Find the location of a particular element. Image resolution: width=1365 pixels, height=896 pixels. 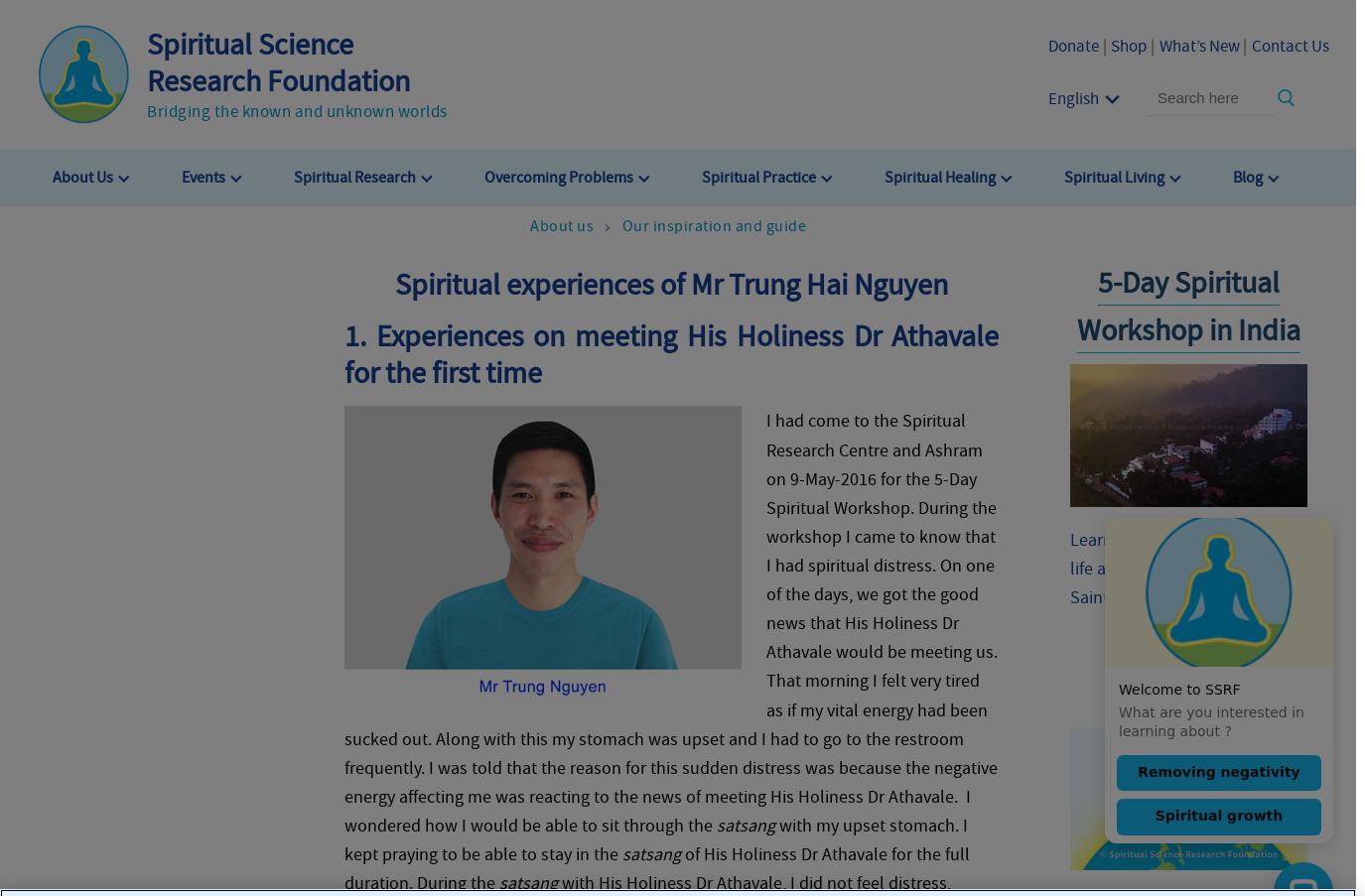

'English' is located at coordinates (1071, 96).